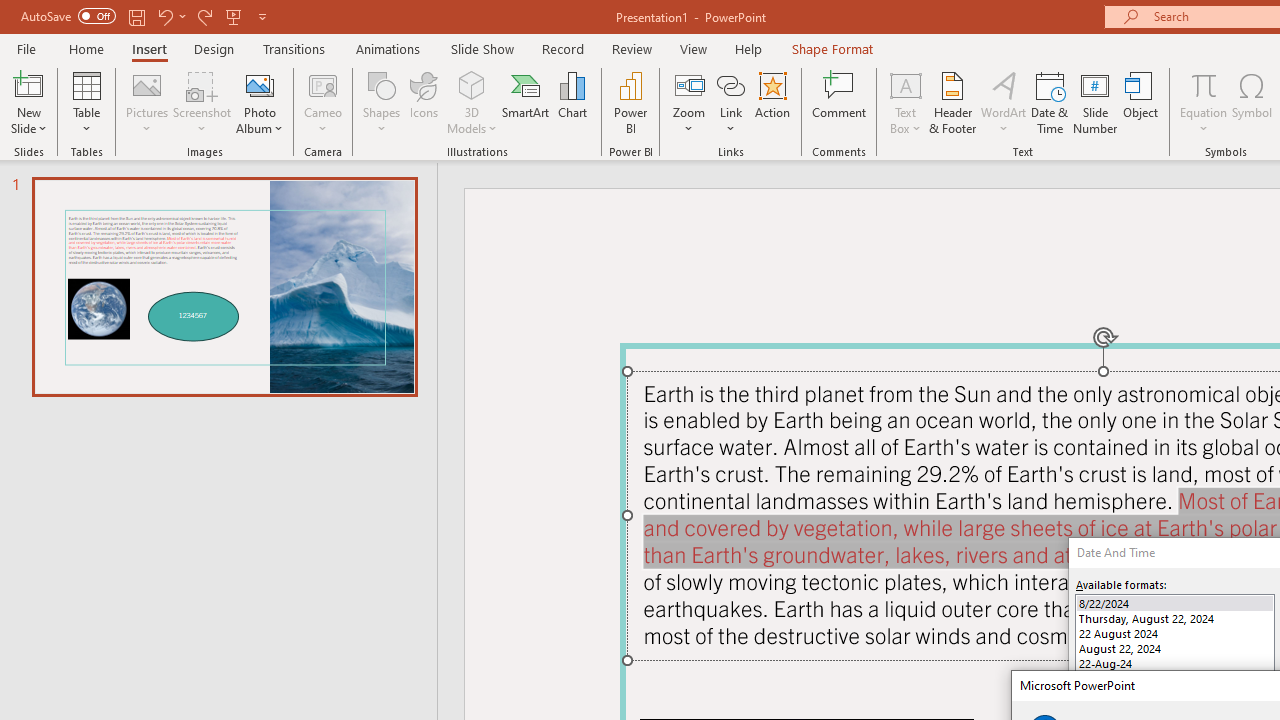 This screenshot has width=1280, height=720. I want to click on 'Insert', so click(148, 48).